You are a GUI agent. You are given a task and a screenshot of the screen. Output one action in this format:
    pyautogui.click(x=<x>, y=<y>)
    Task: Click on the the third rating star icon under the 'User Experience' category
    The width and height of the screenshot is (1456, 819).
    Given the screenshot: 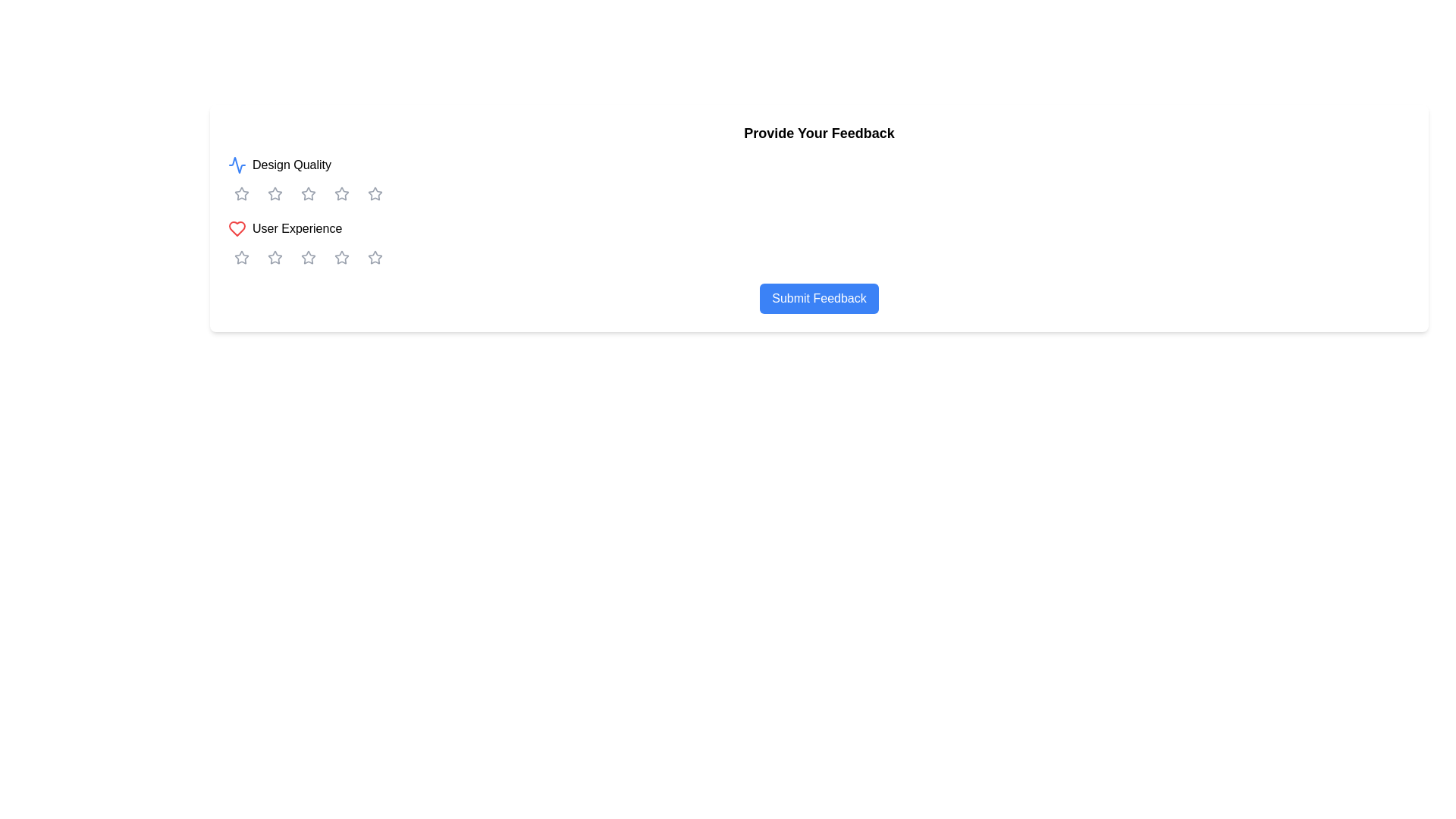 What is the action you would take?
    pyautogui.click(x=308, y=256)
    